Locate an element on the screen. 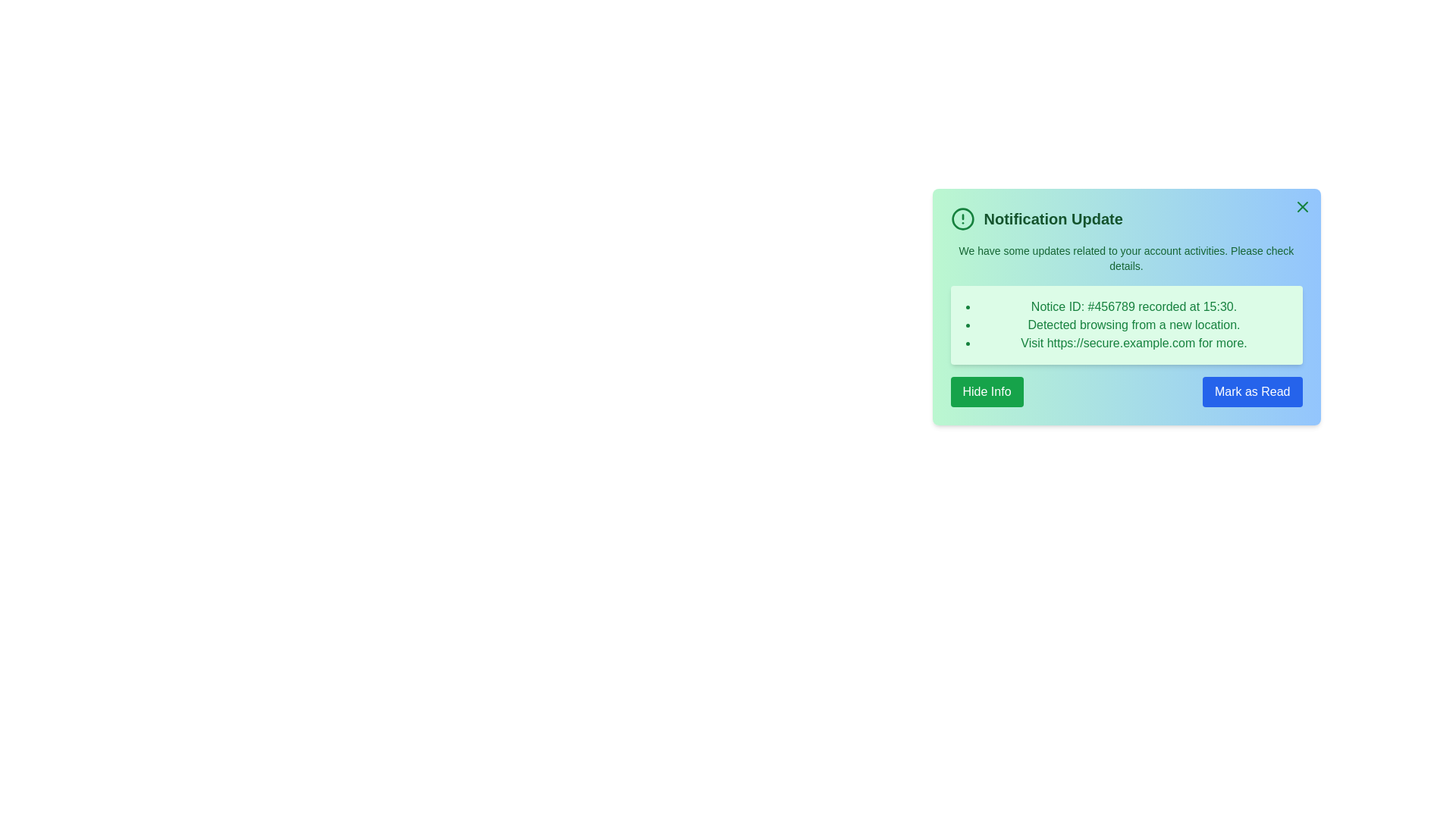  the 'X' button to close the alert is located at coordinates (1301, 207).